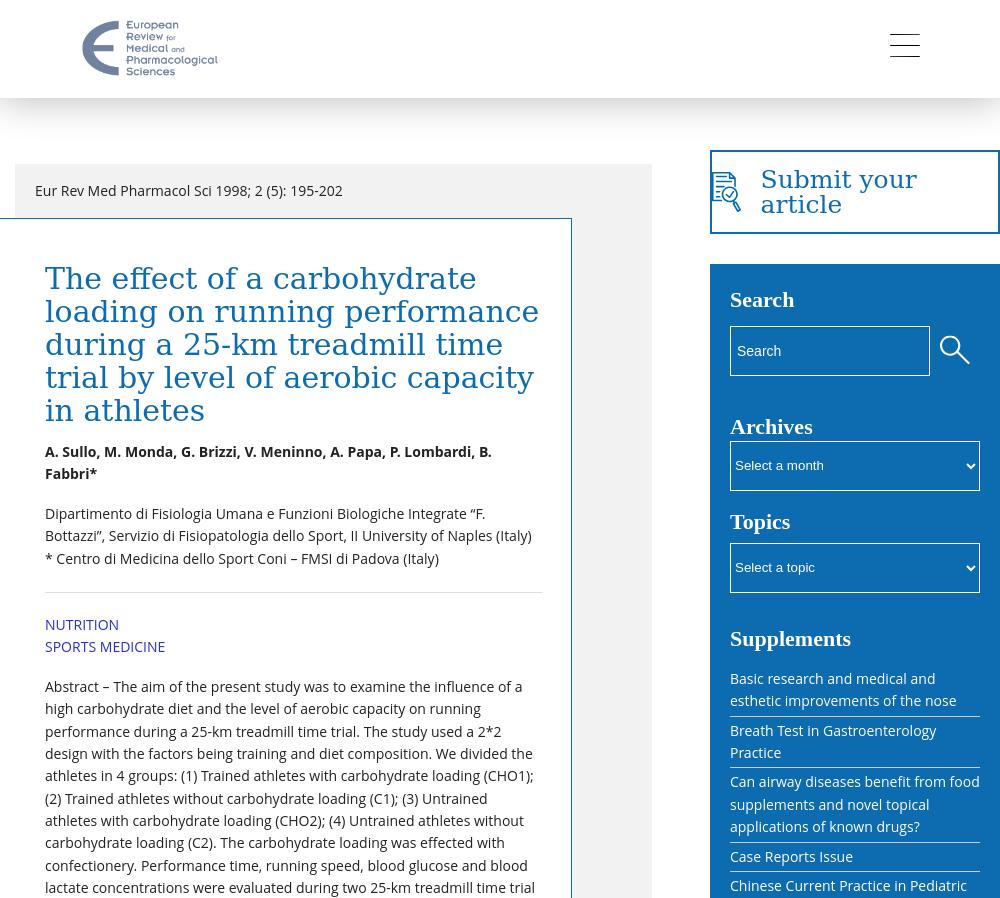  What do you see at coordinates (832, 740) in the screenshot?
I see `'Breath Test in Gastroenterology Practice'` at bounding box center [832, 740].